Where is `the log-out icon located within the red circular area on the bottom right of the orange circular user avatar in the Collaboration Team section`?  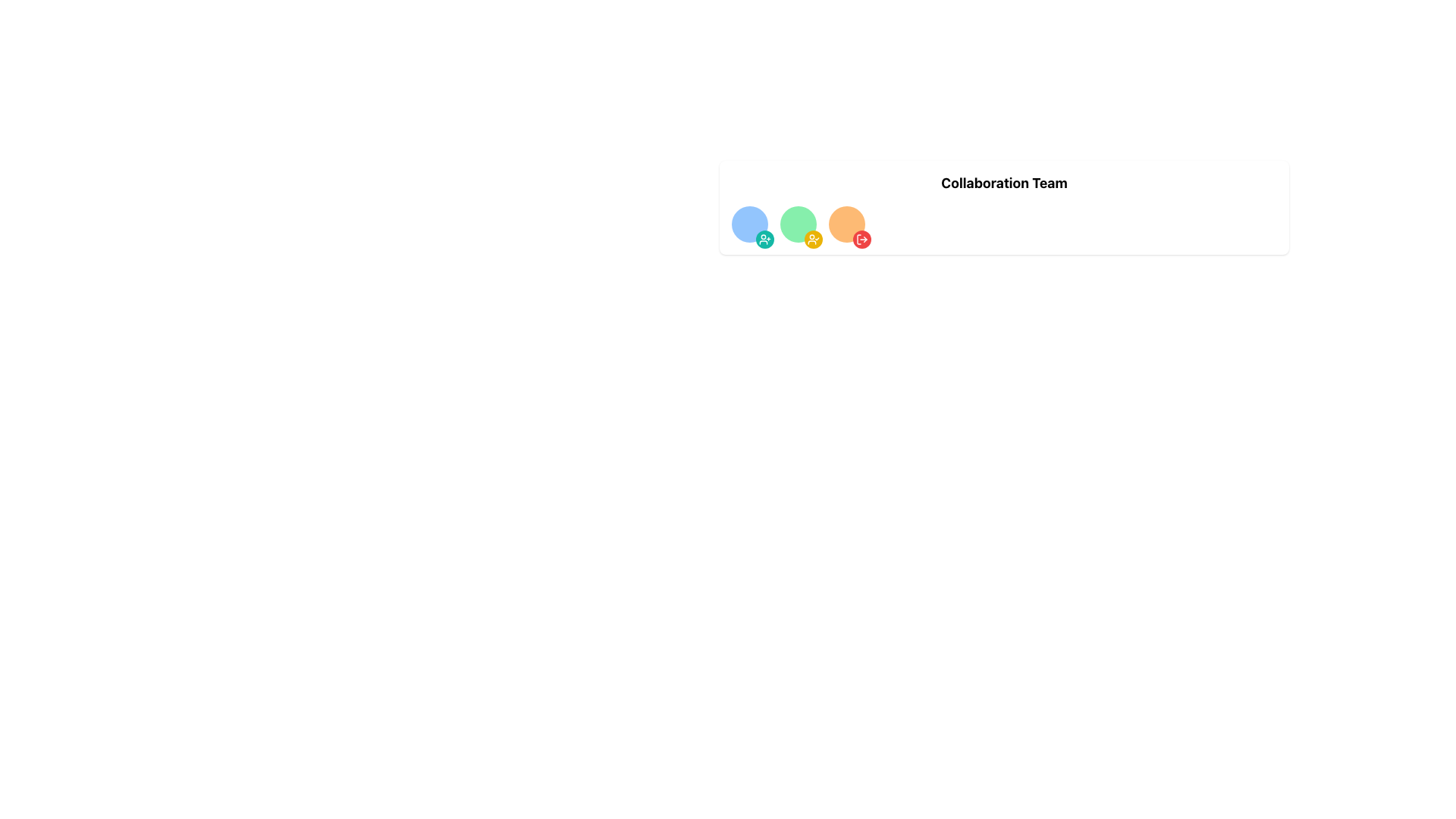
the log-out icon located within the red circular area on the bottom right of the orange circular user avatar in the Collaboration Team section is located at coordinates (862, 239).